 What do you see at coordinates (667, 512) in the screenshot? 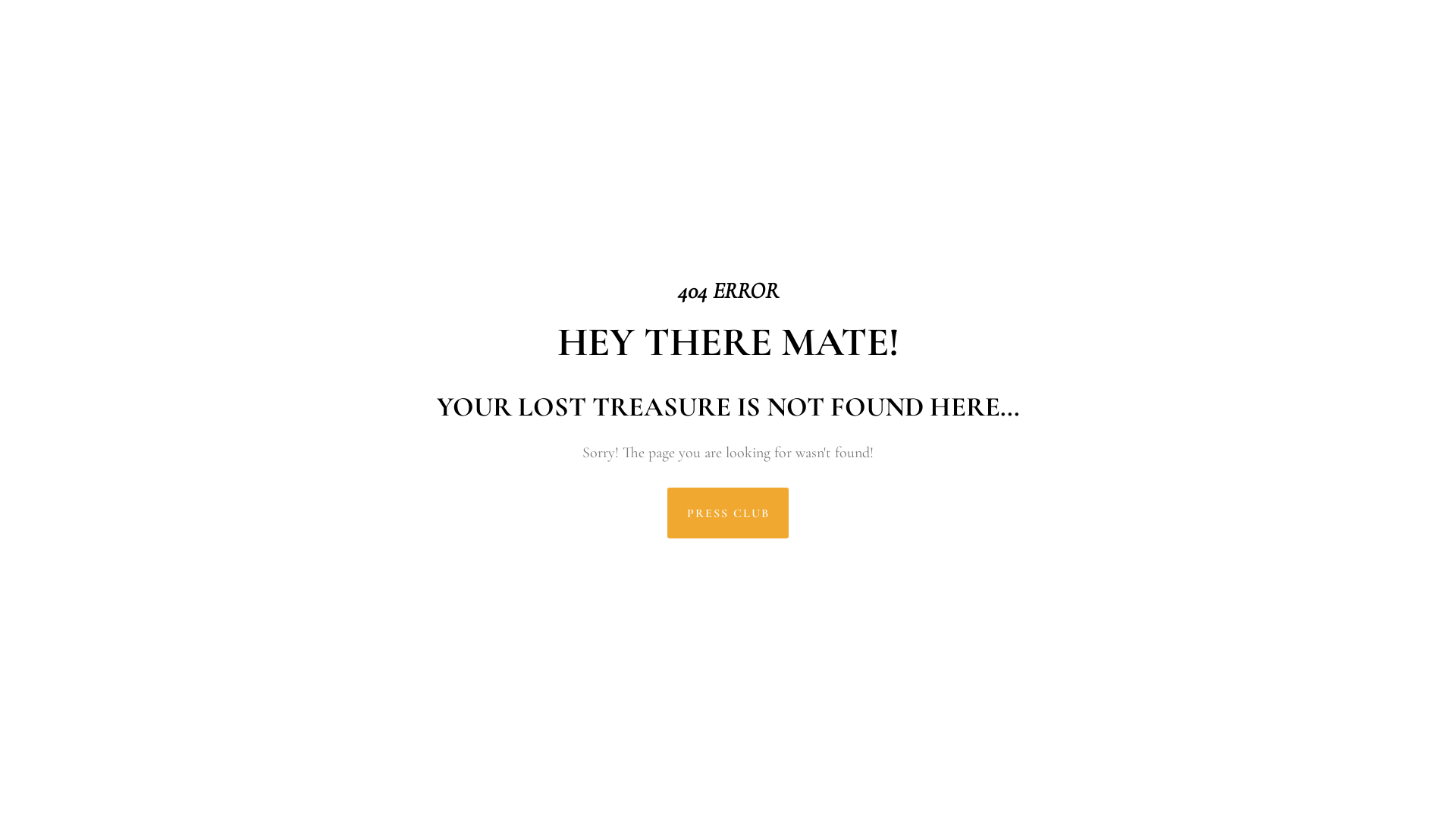
I see `'PRESS CLUB'` at bounding box center [667, 512].